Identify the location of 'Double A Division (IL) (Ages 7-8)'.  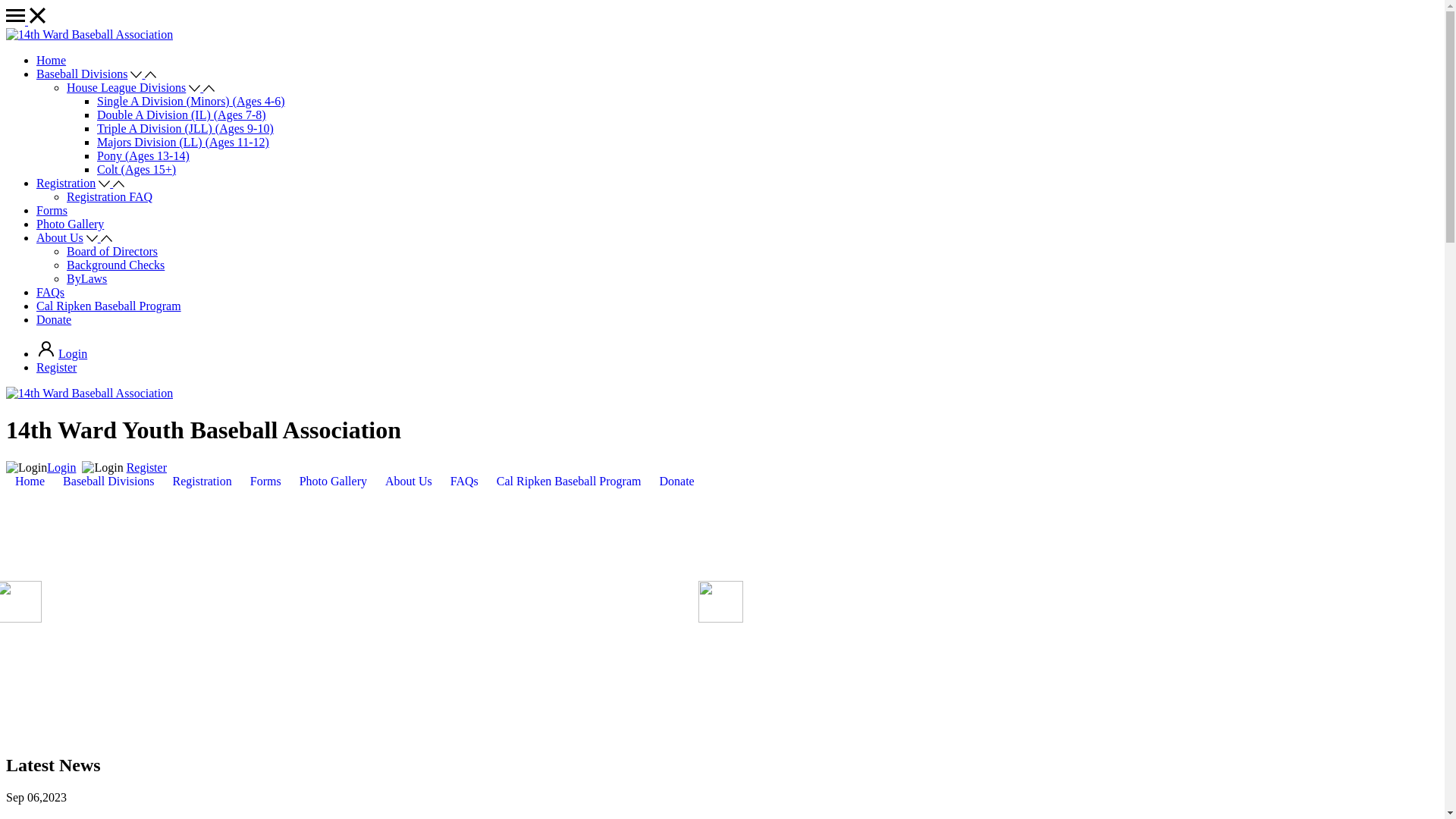
(181, 114).